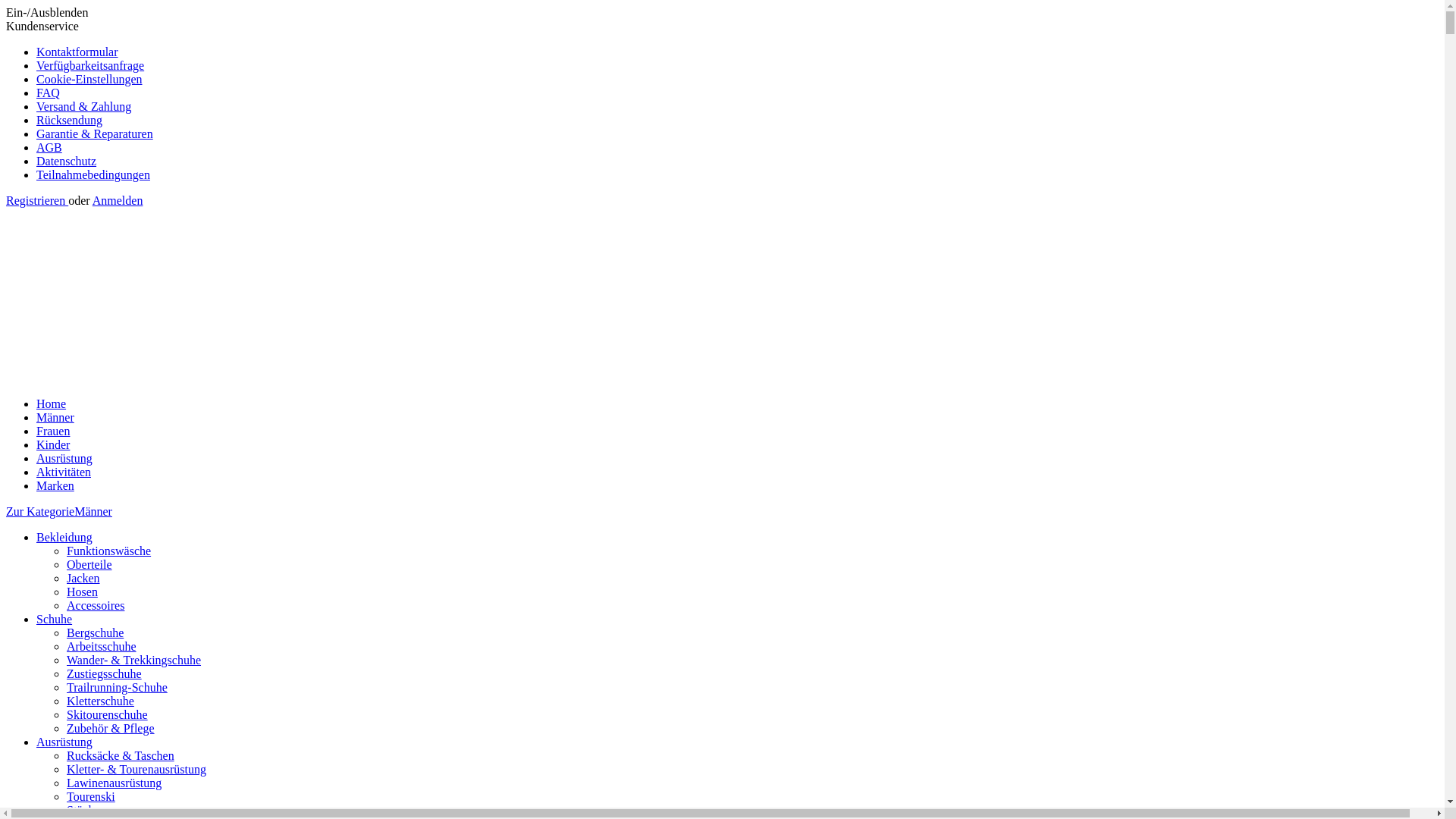  Describe the element at coordinates (65, 795) in the screenshot. I see `'Tourenski'` at that location.